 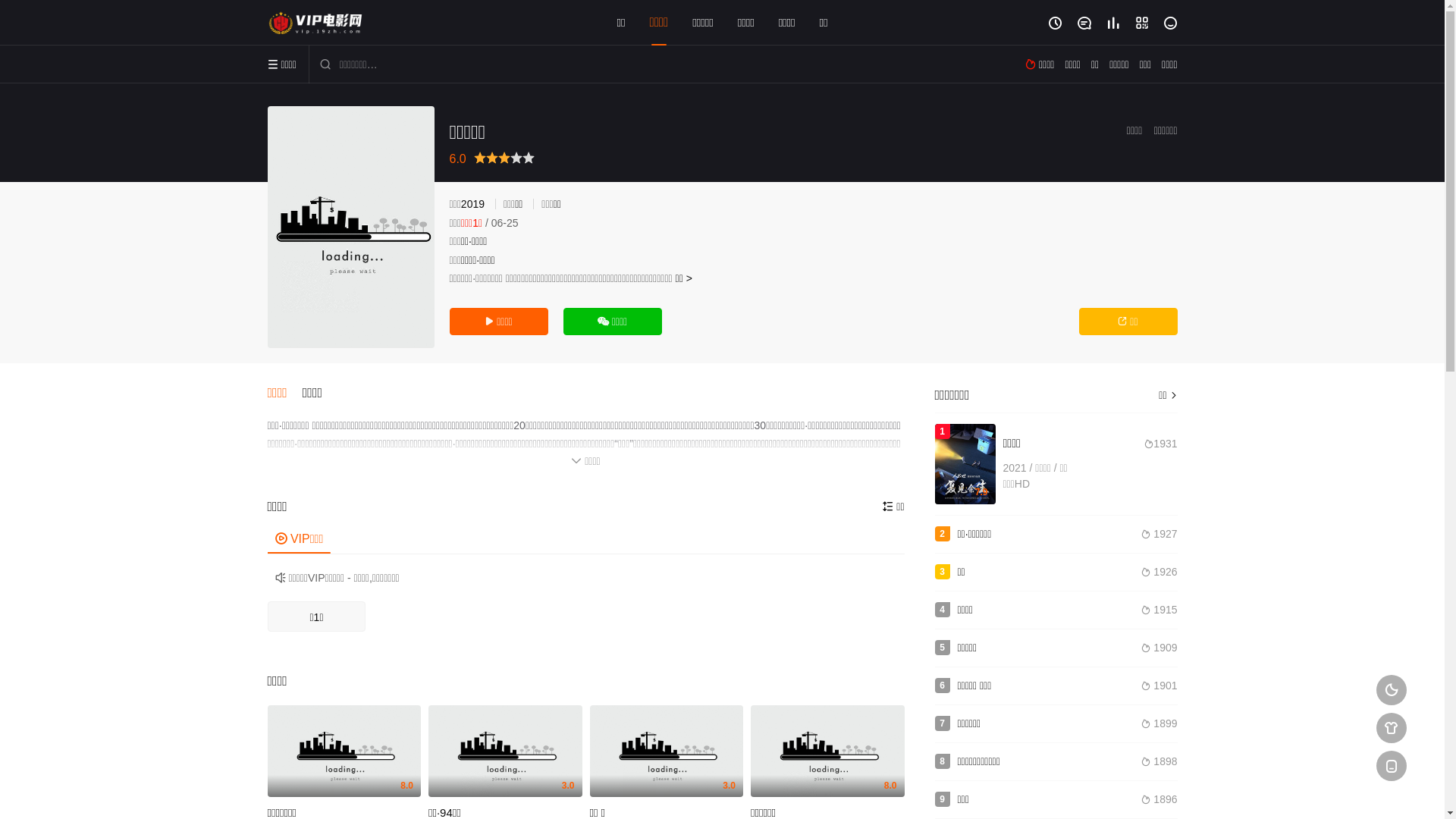 I want to click on '8.0', so click(x=343, y=752).